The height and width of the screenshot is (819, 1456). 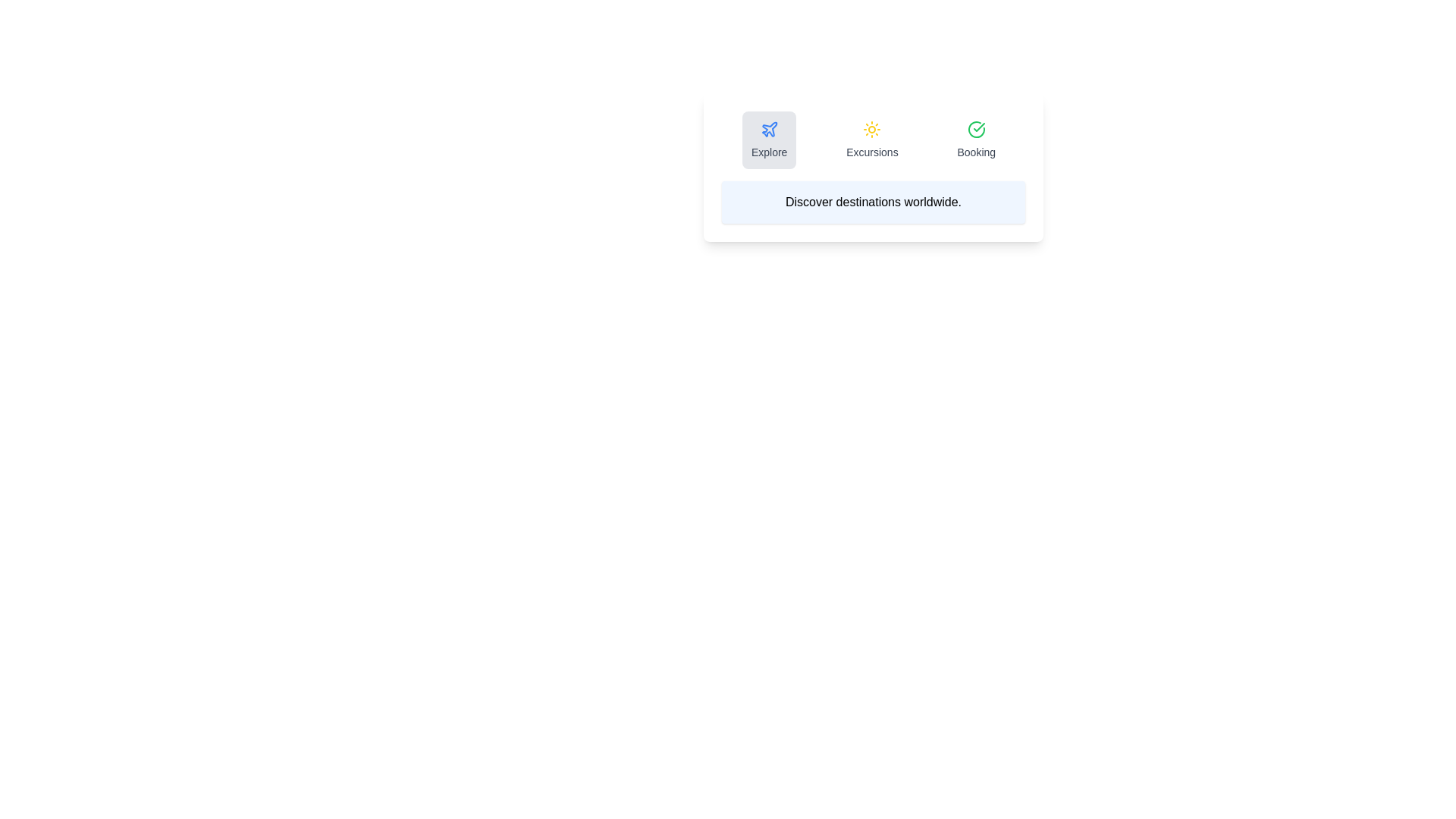 I want to click on the tab named Excursions, so click(x=872, y=140).